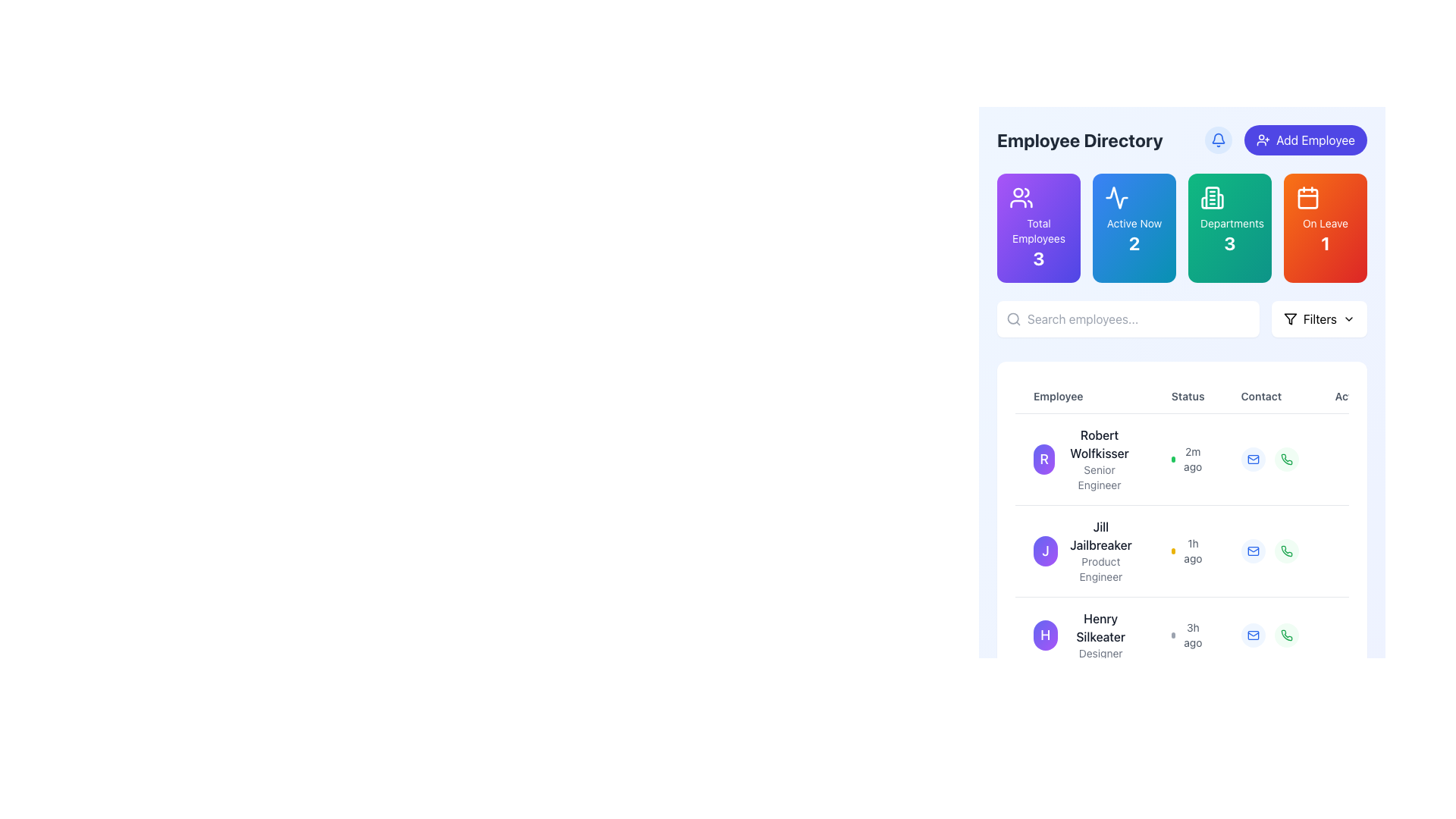  I want to click on the mail icon, which is a blue-colored envelope located in the 'Contact' column of the third row, so click(1253, 635).